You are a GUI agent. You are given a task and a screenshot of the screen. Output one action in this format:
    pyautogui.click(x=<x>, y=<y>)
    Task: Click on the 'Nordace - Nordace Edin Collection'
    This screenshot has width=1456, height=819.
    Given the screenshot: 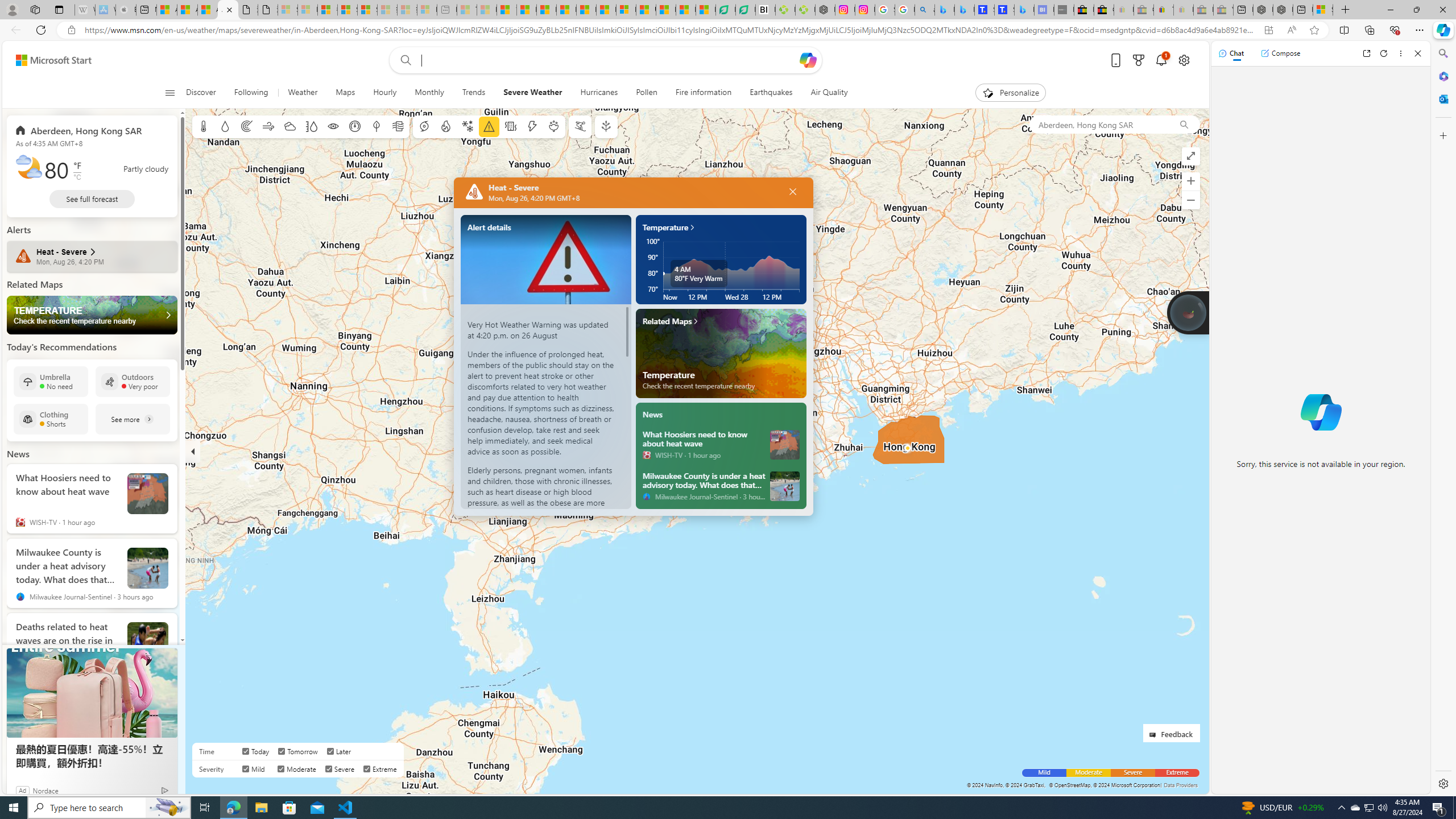 What is the action you would take?
    pyautogui.click(x=825, y=9)
    